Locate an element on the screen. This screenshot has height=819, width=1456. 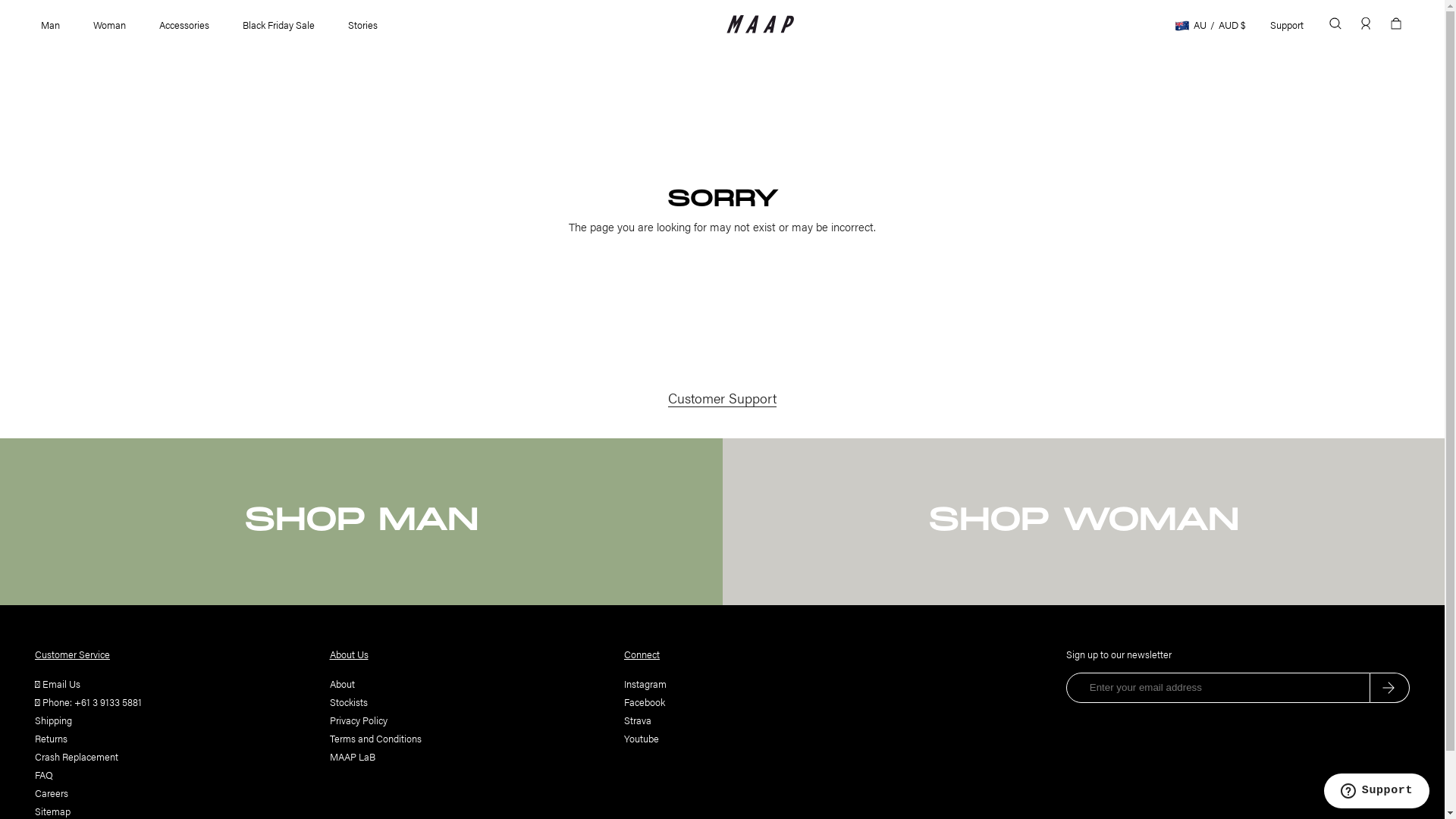
'MAAP LaB' is located at coordinates (351, 756).